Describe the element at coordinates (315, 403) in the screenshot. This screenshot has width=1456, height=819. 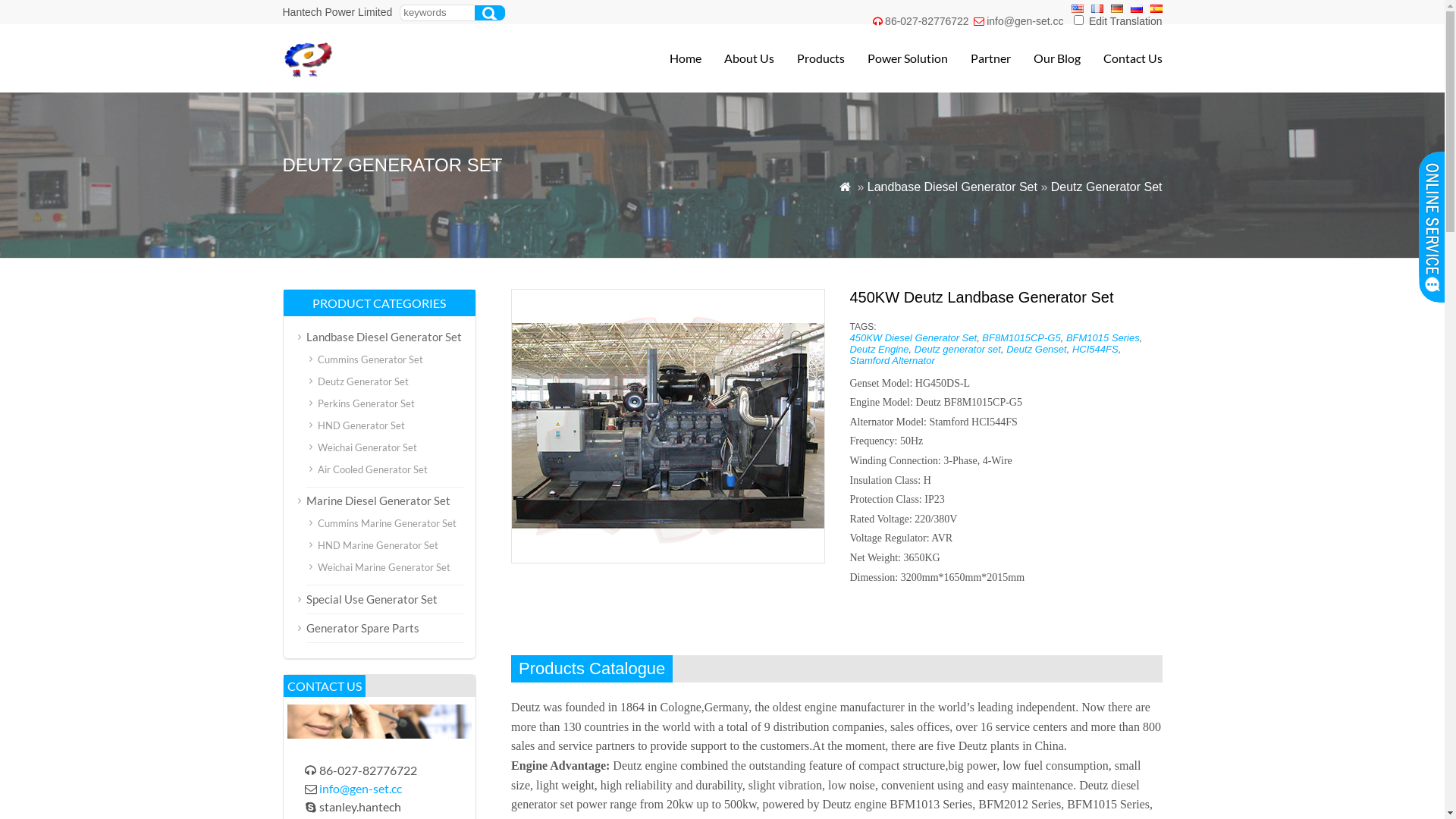
I see `'Perkins Generator Set'` at that location.